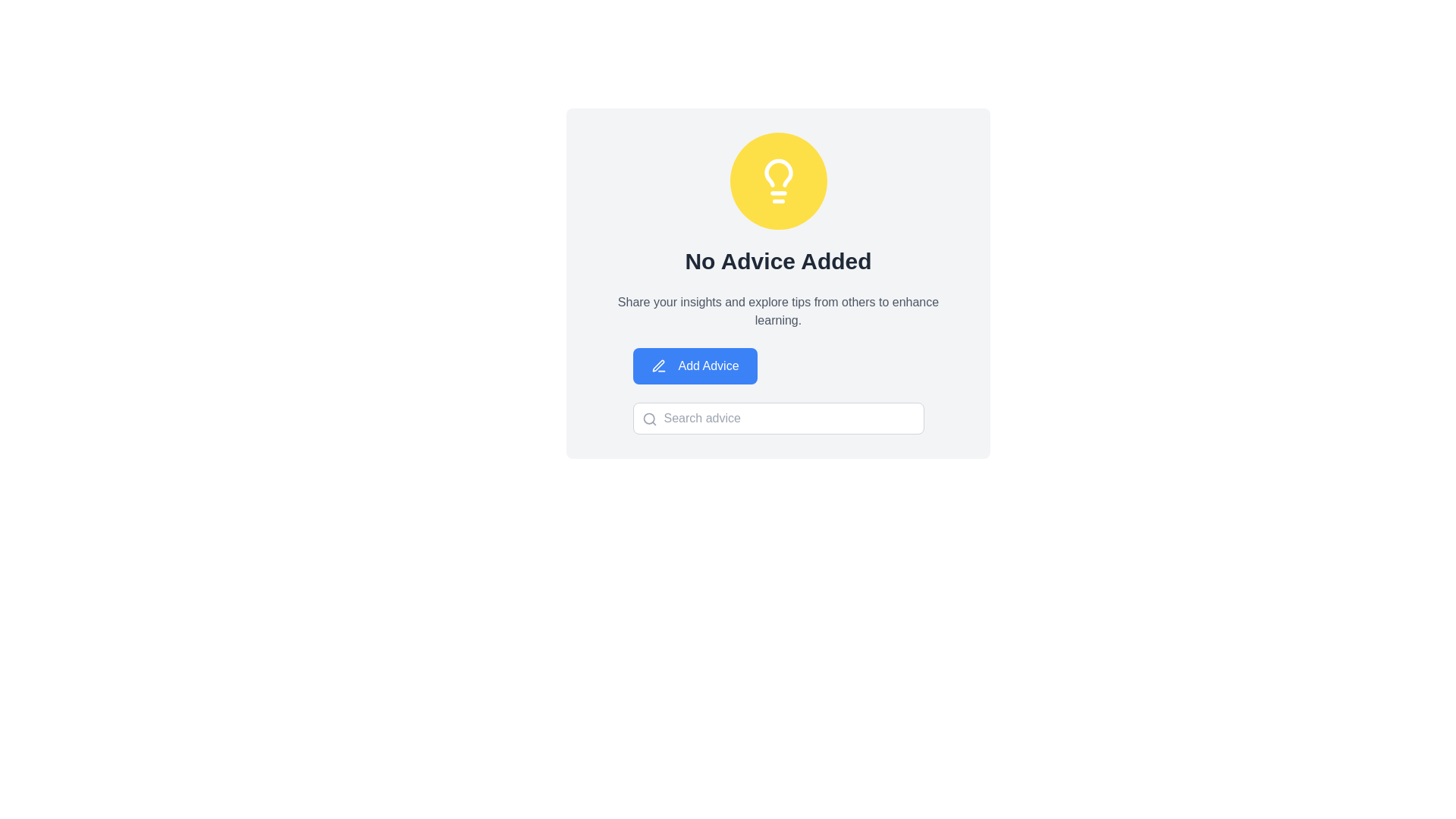  I want to click on the magnifying glass icon located inside the 'Search advice' text input field, positioned on the left side of the placeholder text, so click(649, 419).